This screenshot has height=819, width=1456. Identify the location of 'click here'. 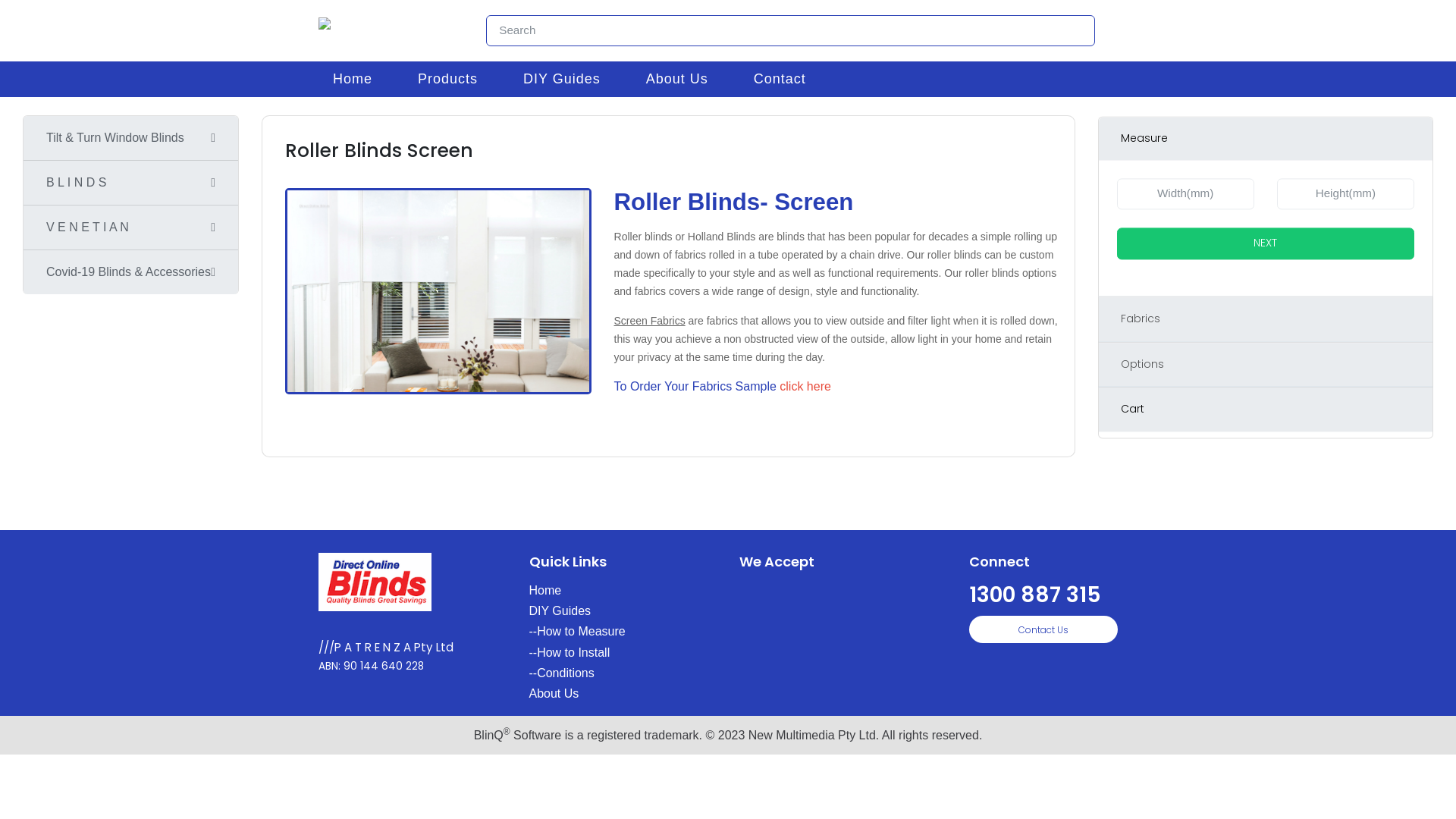
(804, 385).